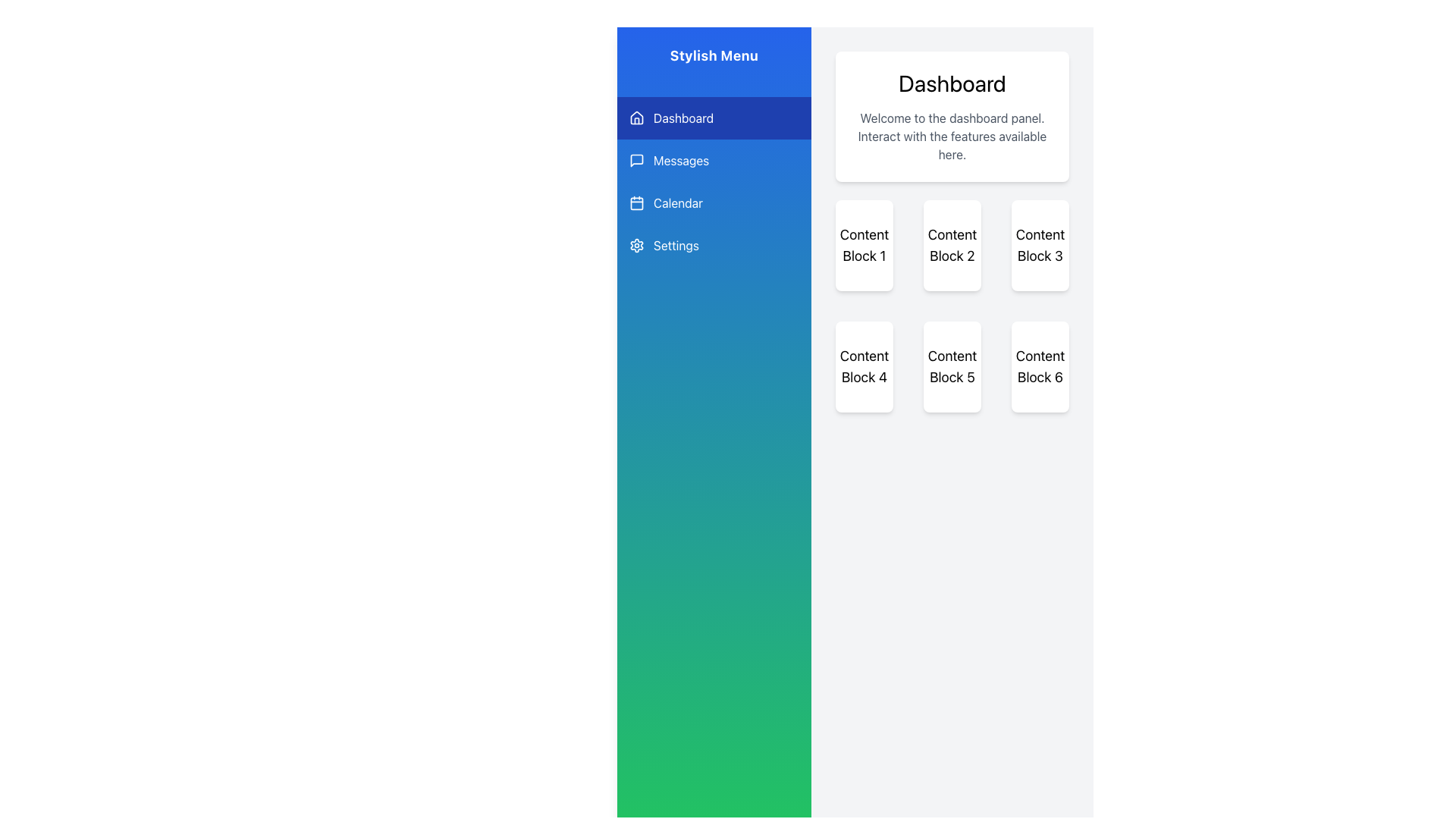 Image resolution: width=1456 pixels, height=819 pixels. Describe the element at coordinates (713, 161) in the screenshot. I see `the navigation menu button for accessing the messages section, positioned below the 'Dashboard' and above the 'Calendar', to trigger hover effects` at that location.